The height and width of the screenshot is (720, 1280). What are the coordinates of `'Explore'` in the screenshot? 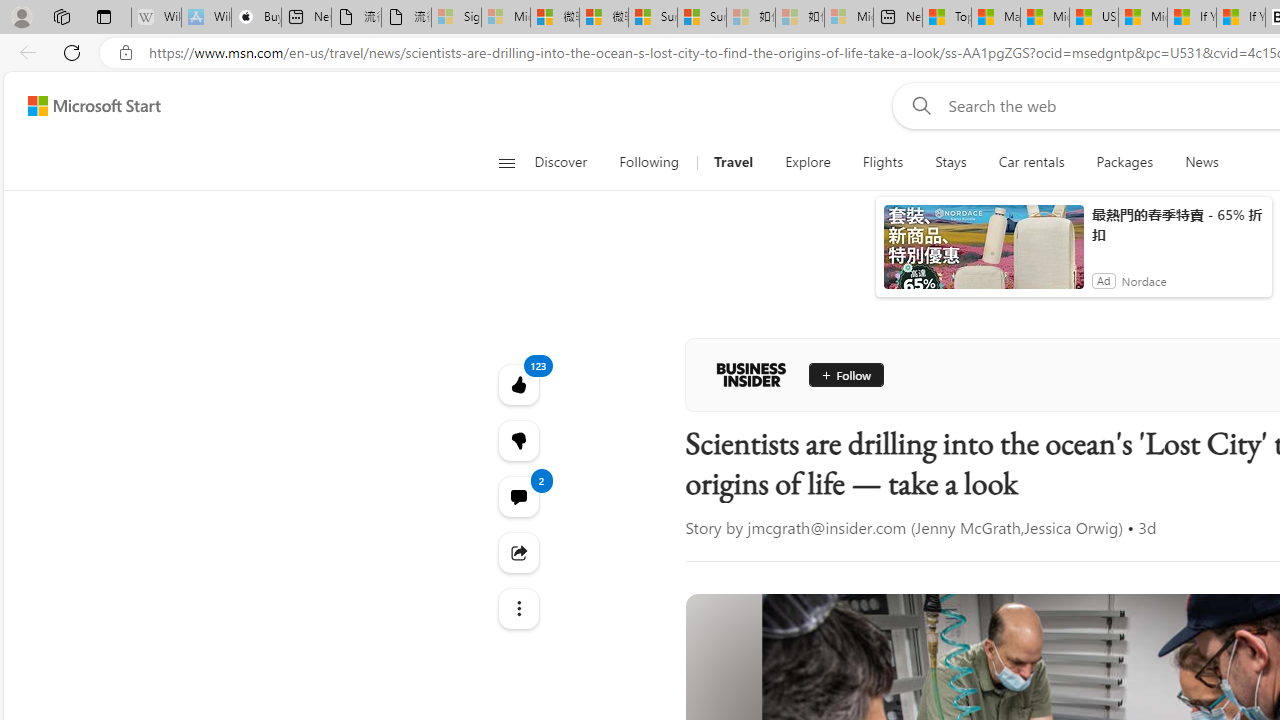 It's located at (808, 162).